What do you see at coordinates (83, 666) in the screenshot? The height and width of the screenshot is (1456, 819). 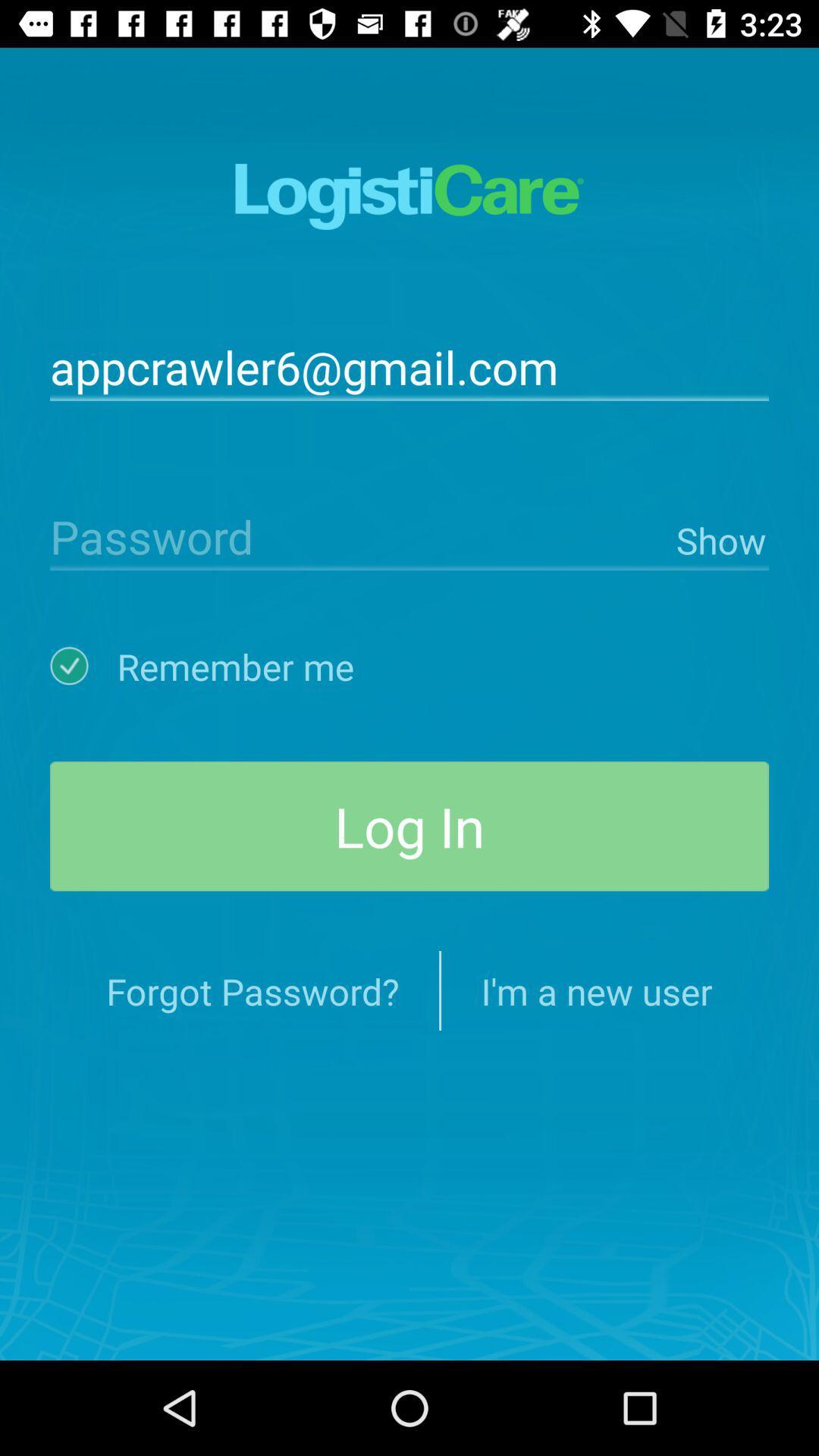 I see `remember me` at bounding box center [83, 666].